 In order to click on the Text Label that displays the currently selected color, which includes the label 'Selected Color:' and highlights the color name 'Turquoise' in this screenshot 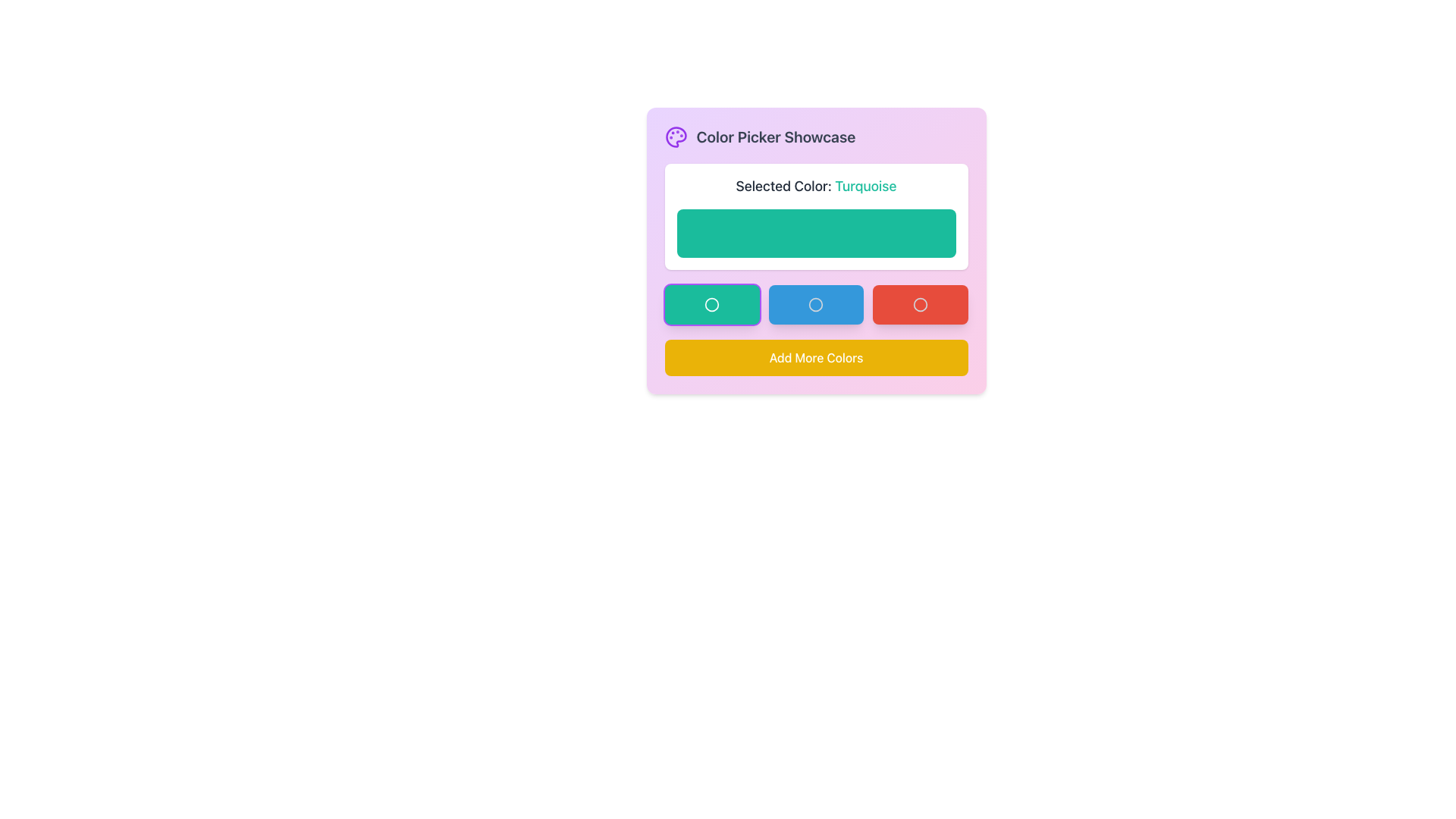, I will do `click(815, 186)`.